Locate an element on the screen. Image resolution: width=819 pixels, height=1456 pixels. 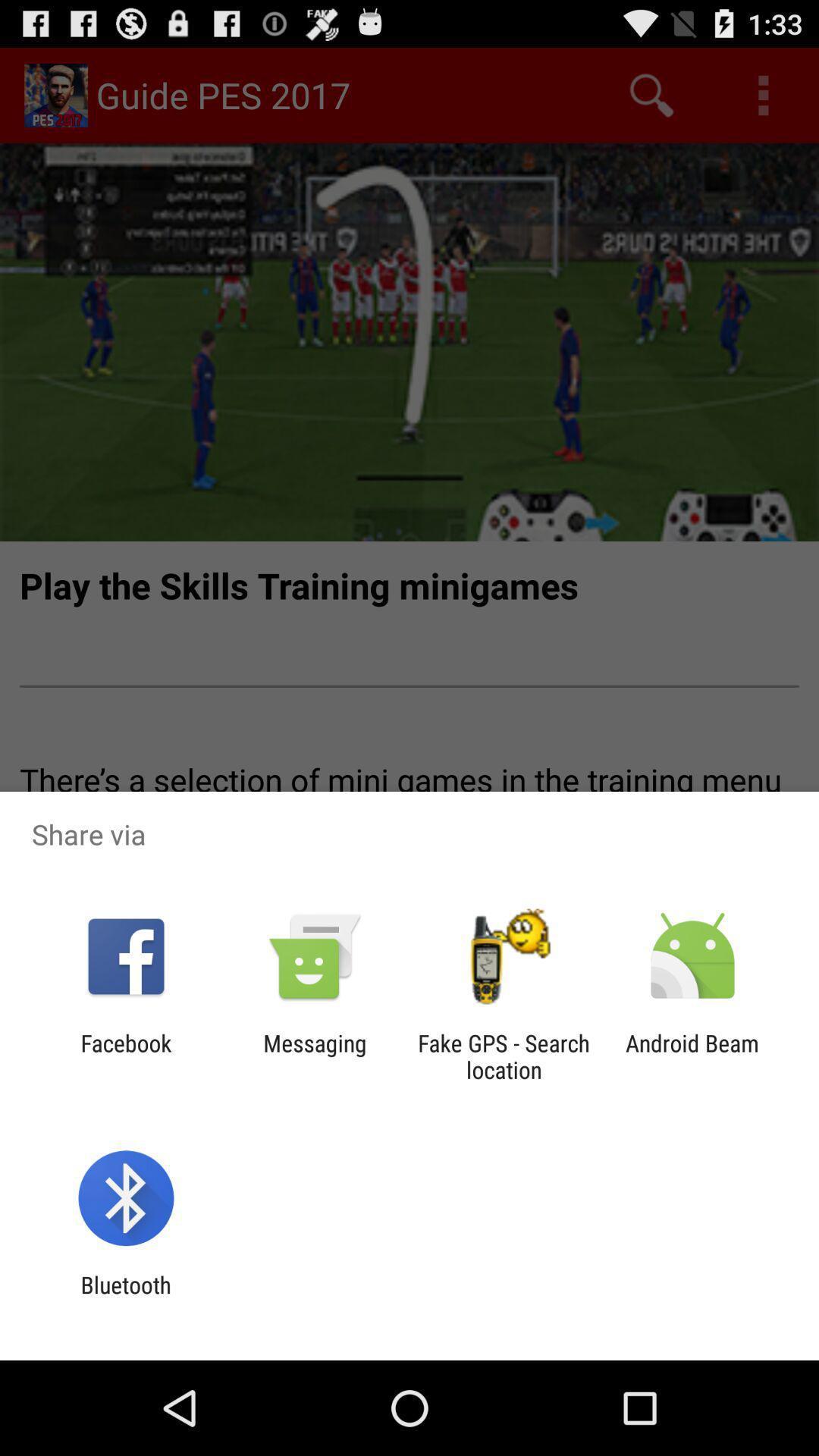
the icon next to fake gps search icon is located at coordinates (314, 1056).